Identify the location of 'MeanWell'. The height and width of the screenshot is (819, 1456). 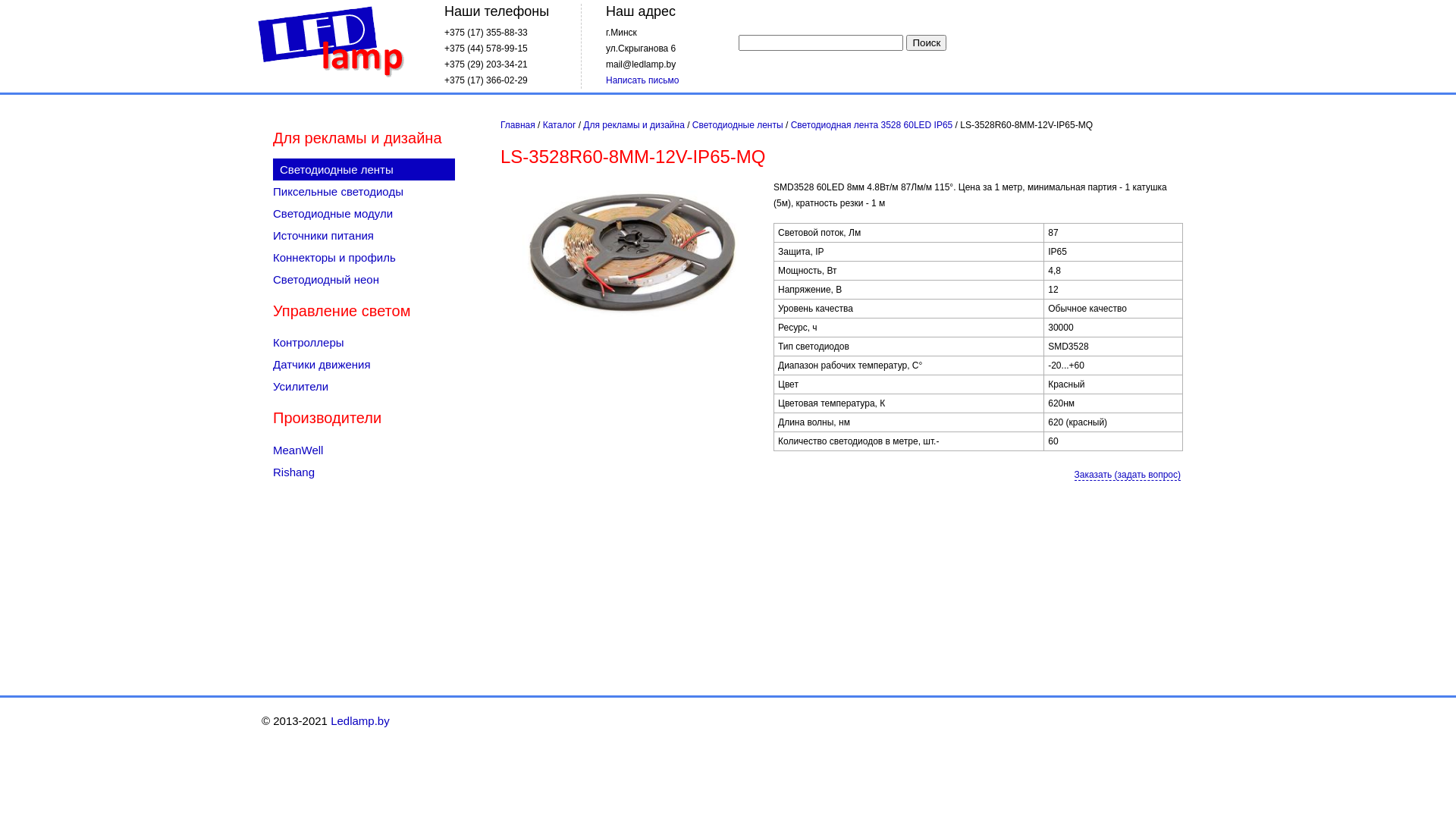
(364, 449).